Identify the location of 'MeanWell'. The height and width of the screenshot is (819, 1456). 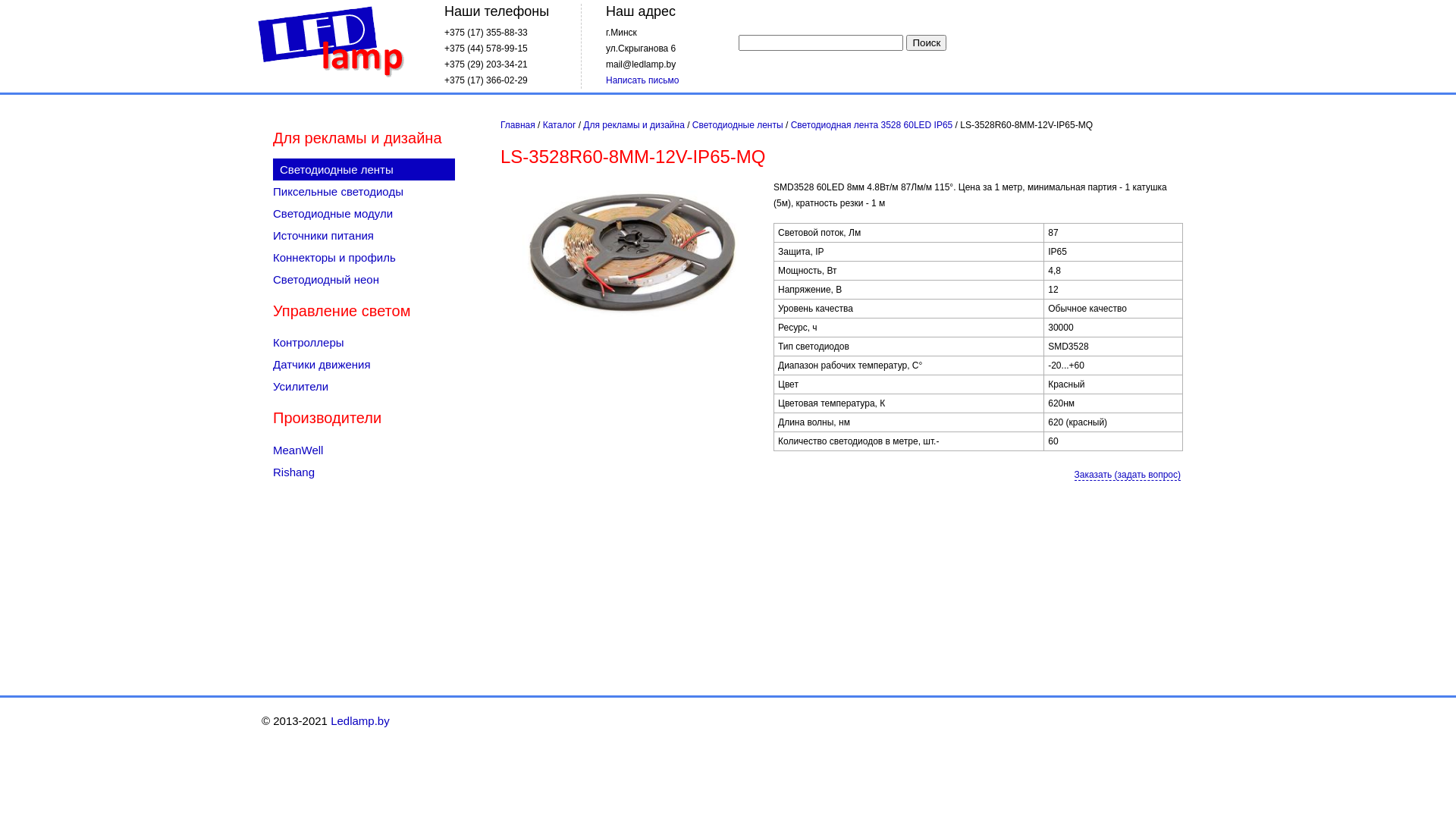
(364, 449).